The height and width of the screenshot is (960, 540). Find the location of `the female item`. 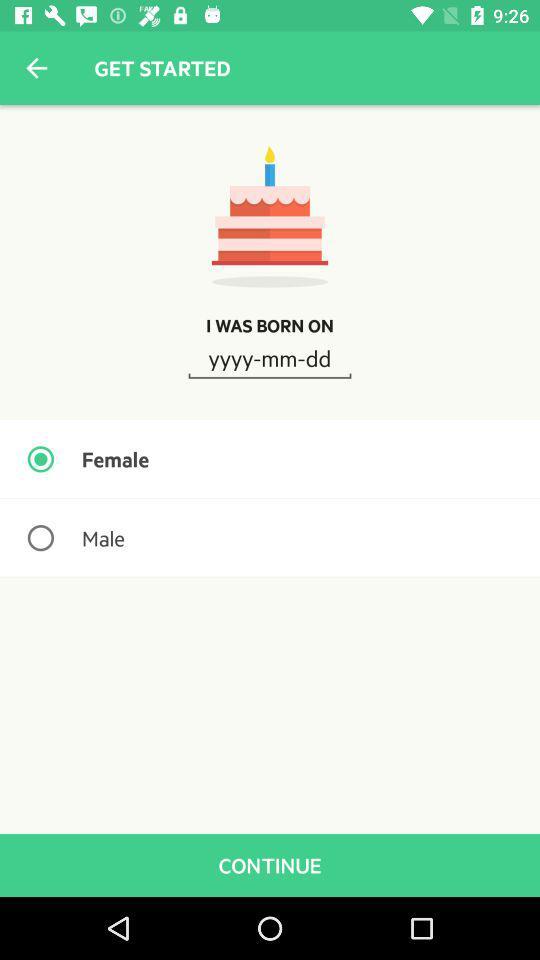

the female item is located at coordinates (270, 459).